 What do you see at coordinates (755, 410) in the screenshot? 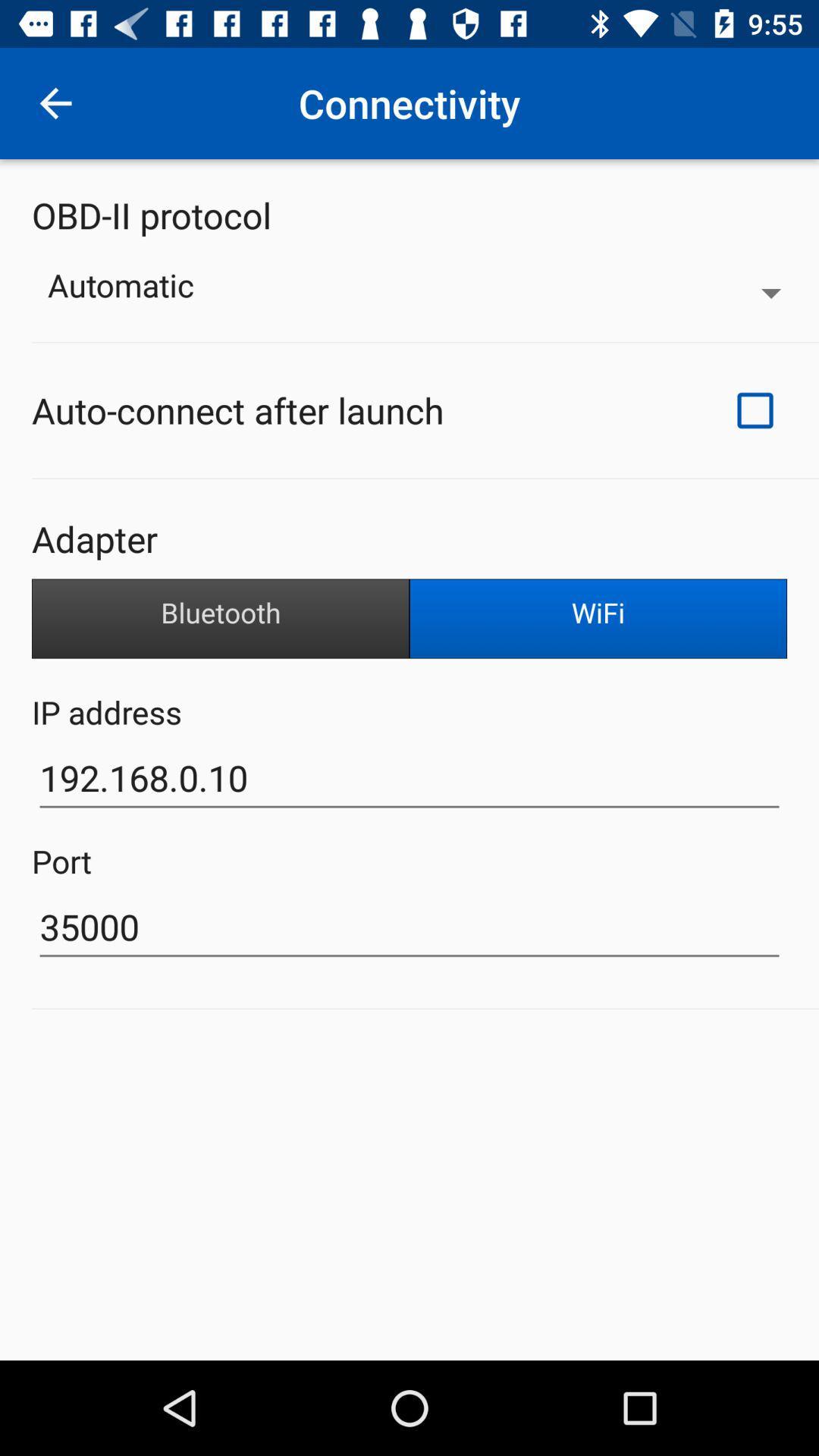
I see `item at the top right corner` at bounding box center [755, 410].